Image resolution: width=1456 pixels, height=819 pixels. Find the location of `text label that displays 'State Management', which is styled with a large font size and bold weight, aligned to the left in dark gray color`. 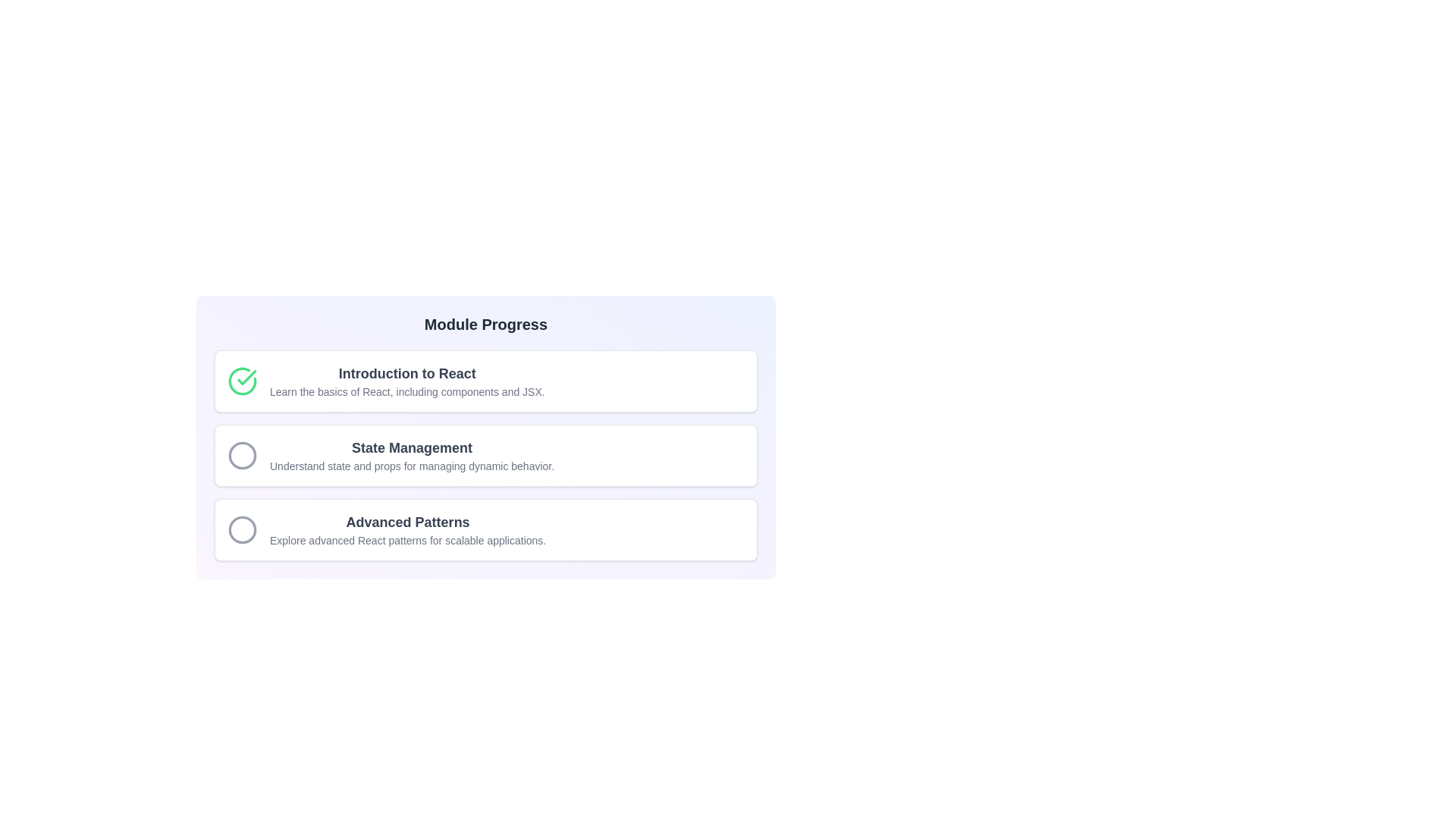

text label that displays 'State Management', which is styled with a large font size and bold weight, aligned to the left in dark gray color is located at coordinates (412, 447).